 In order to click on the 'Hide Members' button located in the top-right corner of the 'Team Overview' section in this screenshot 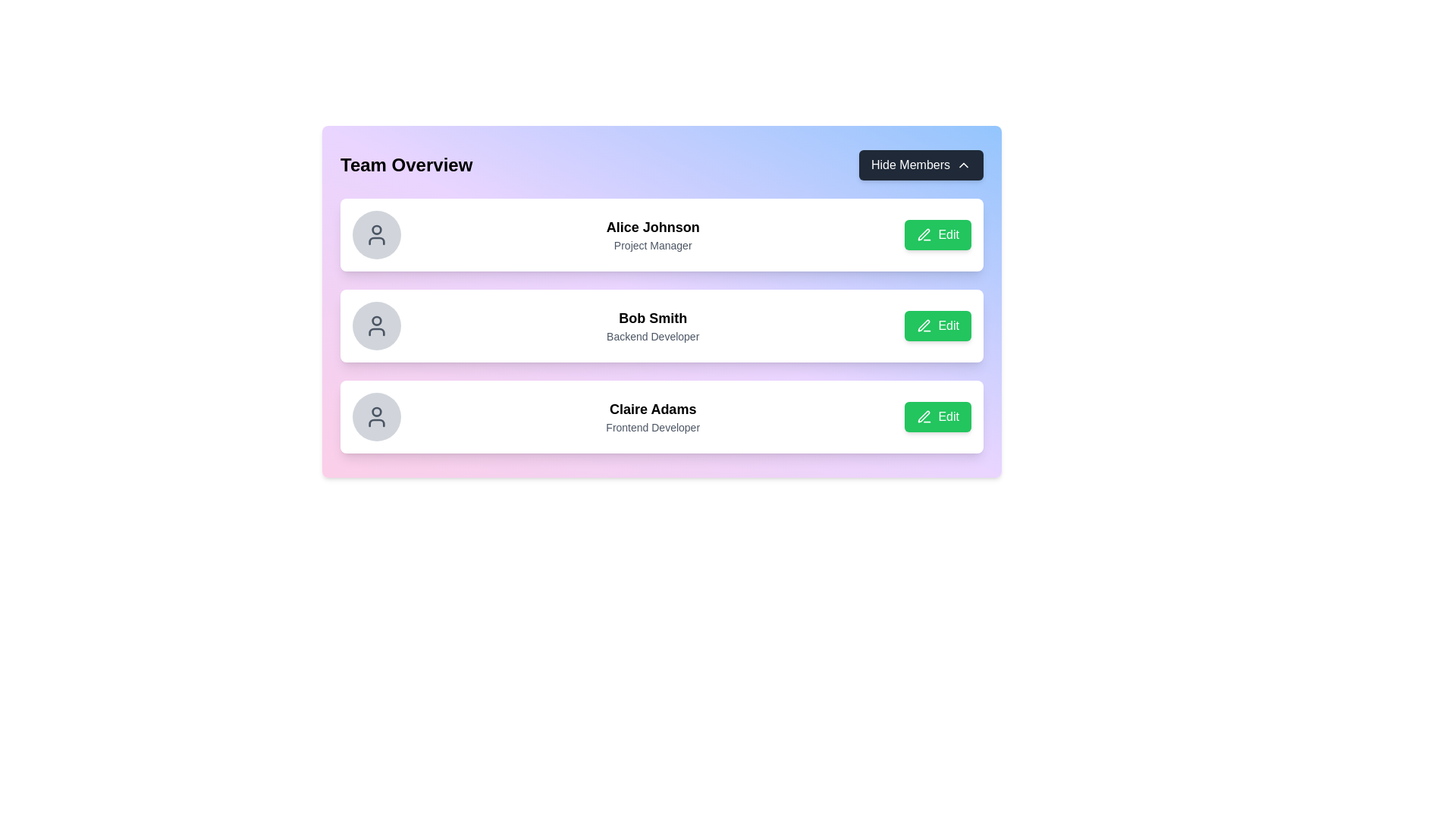, I will do `click(920, 165)`.